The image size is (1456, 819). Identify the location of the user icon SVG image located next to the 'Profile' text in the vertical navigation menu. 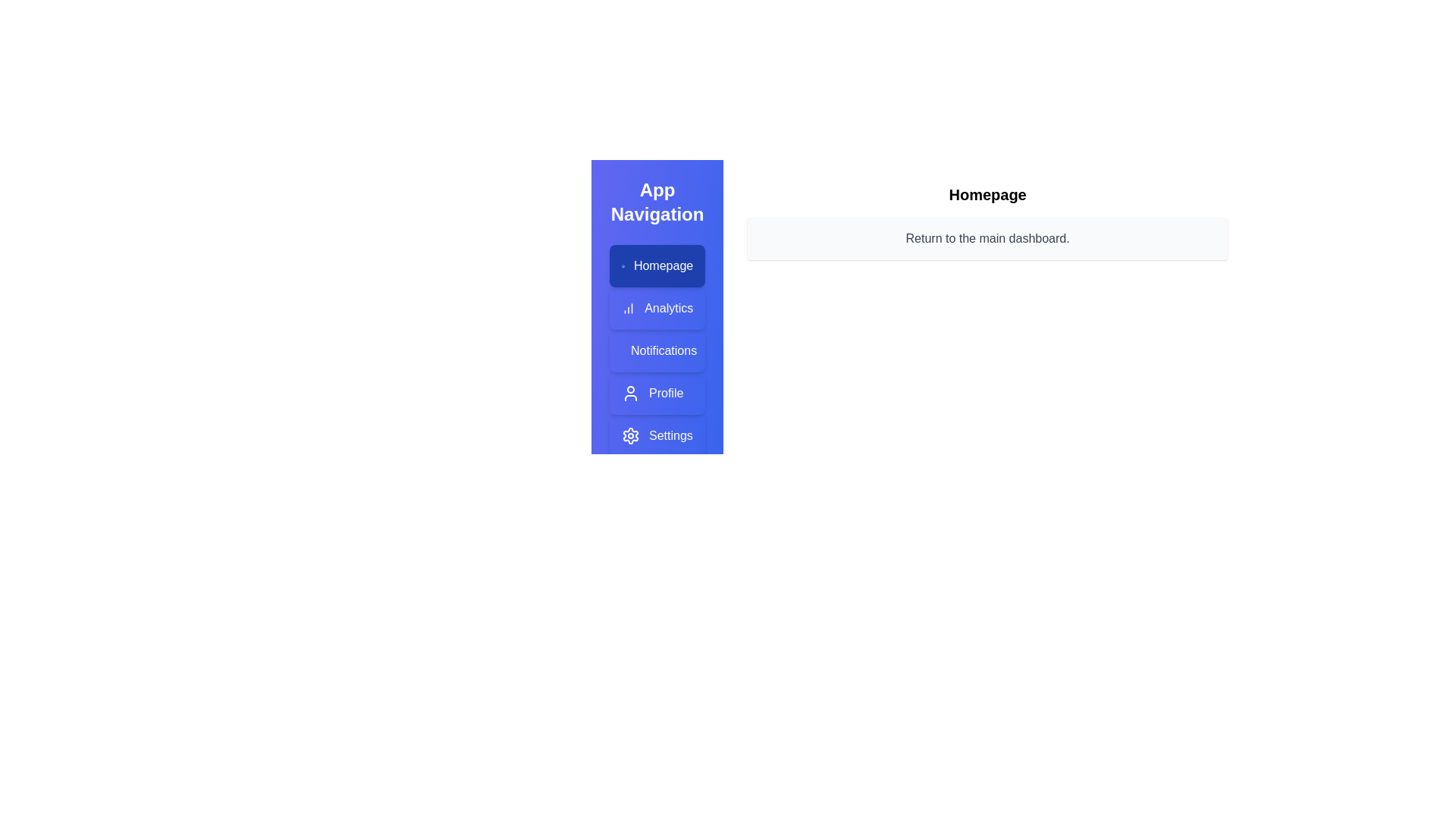
(630, 393).